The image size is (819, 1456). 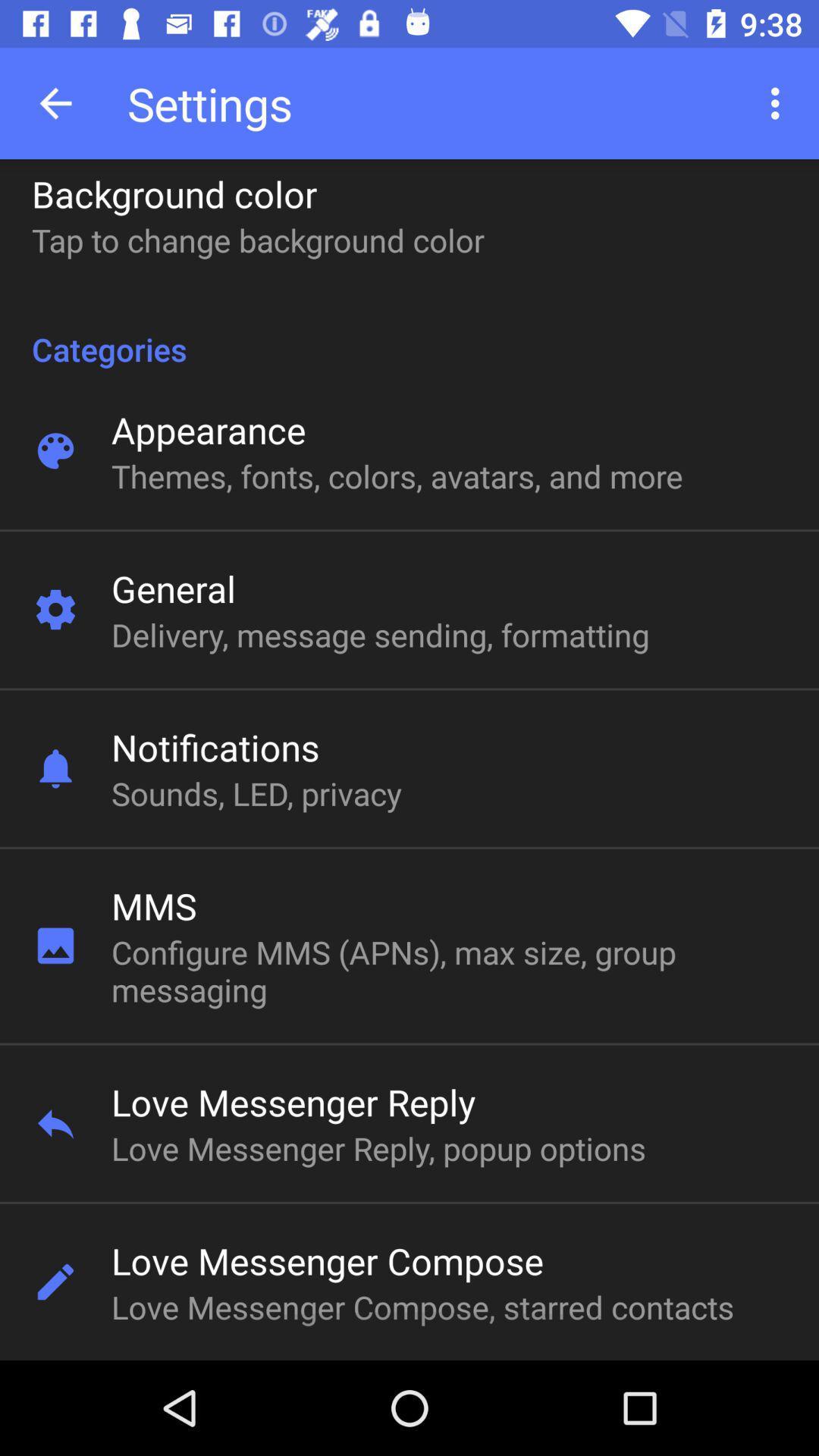 What do you see at coordinates (409, 332) in the screenshot?
I see `icon above the appearance item` at bounding box center [409, 332].